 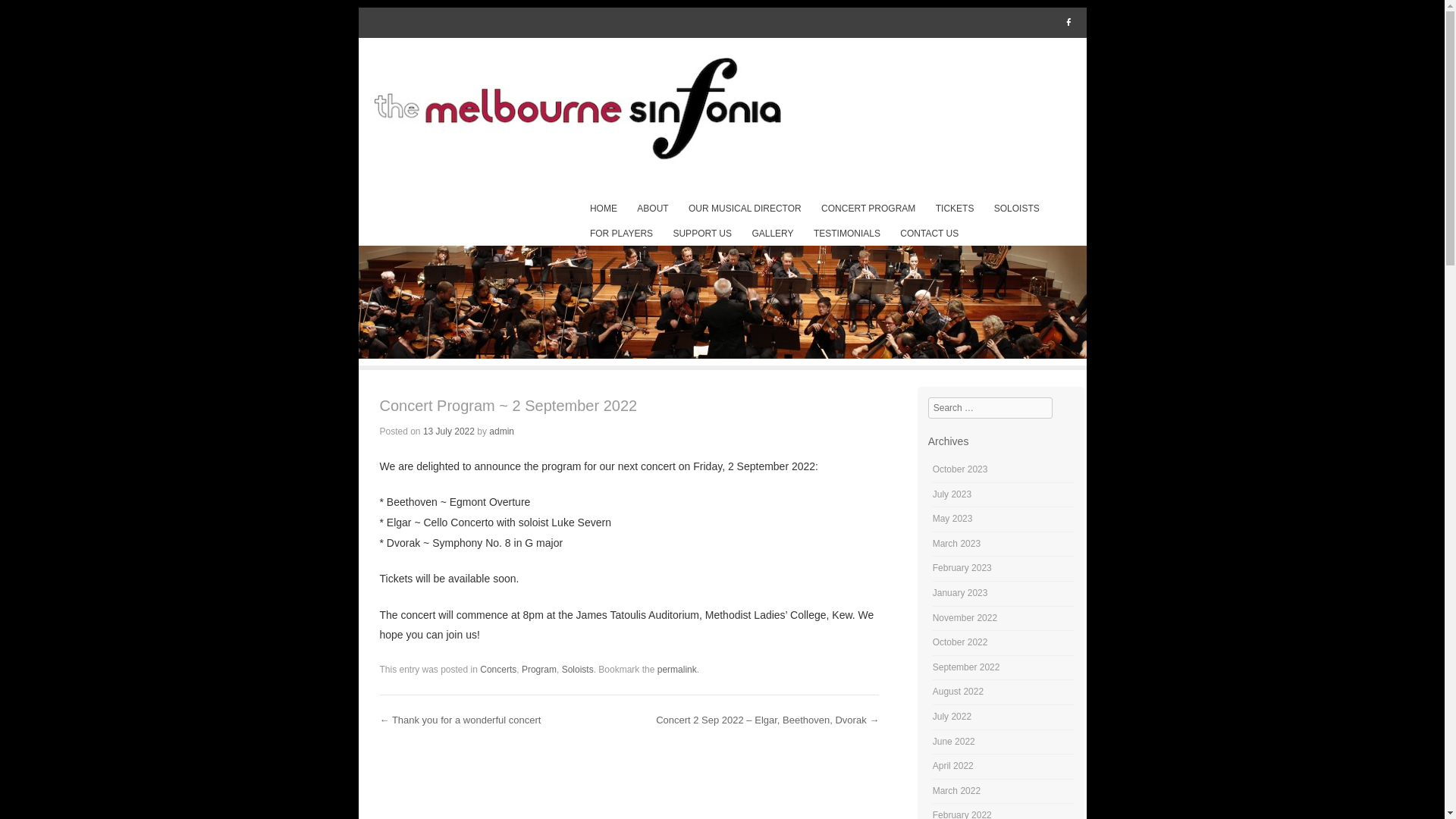 I want to click on 'ABOUT', so click(x=629, y=209).